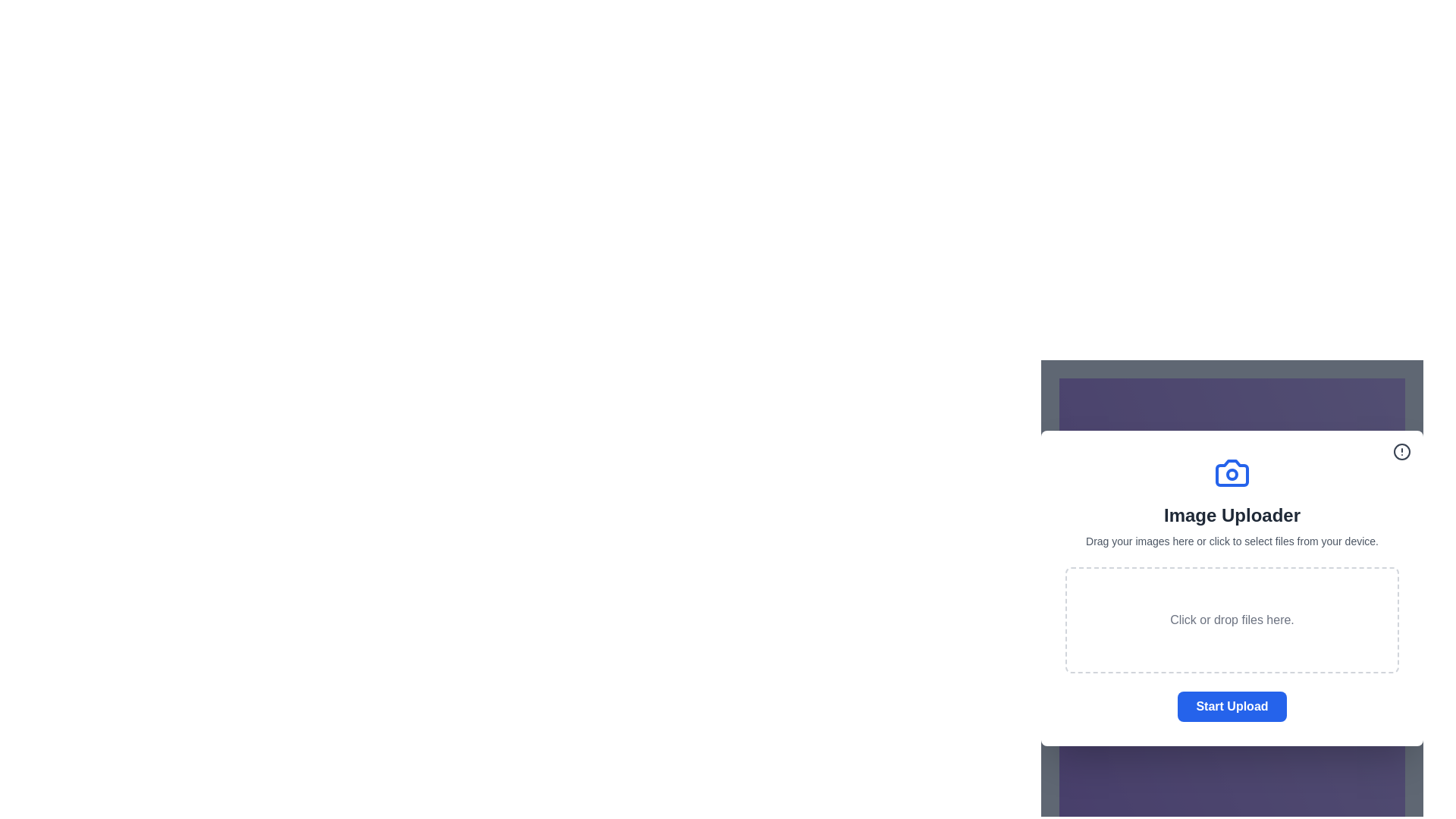  What do you see at coordinates (1401, 451) in the screenshot?
I see `the circular component within the warning icon located in the top-right corner of the card containing the 'Image Uploader' module` at bounding box center [1401, 451].